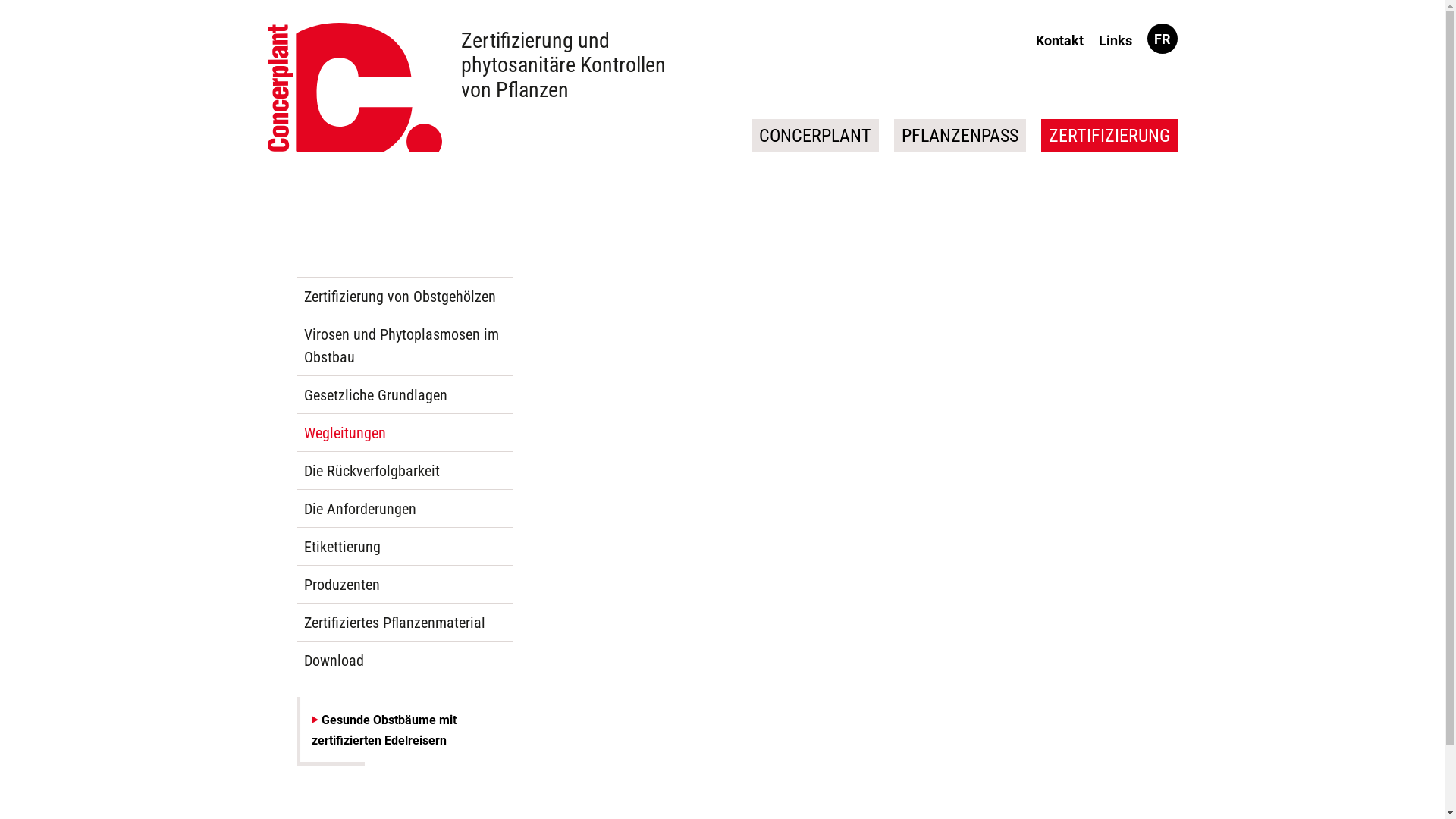 The height and width of the screenshot is (819, 1456). What do you see at coordinates (1031, 39) in the screenshot?
I see `'Kontakt'` at bounding box center [1031, 39].